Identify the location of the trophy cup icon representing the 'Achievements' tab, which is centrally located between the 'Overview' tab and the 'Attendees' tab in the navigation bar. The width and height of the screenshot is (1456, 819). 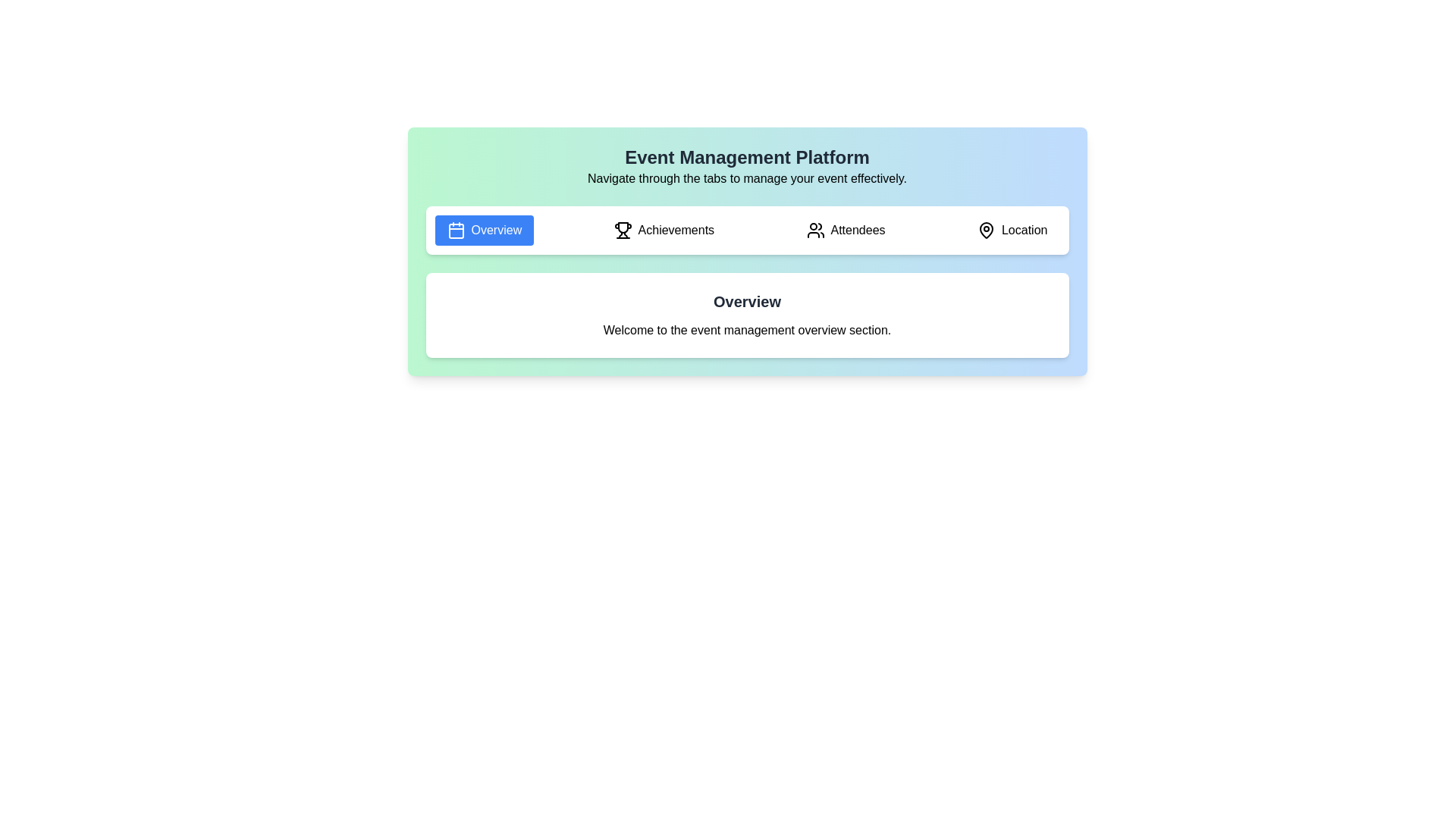
(623, 227).